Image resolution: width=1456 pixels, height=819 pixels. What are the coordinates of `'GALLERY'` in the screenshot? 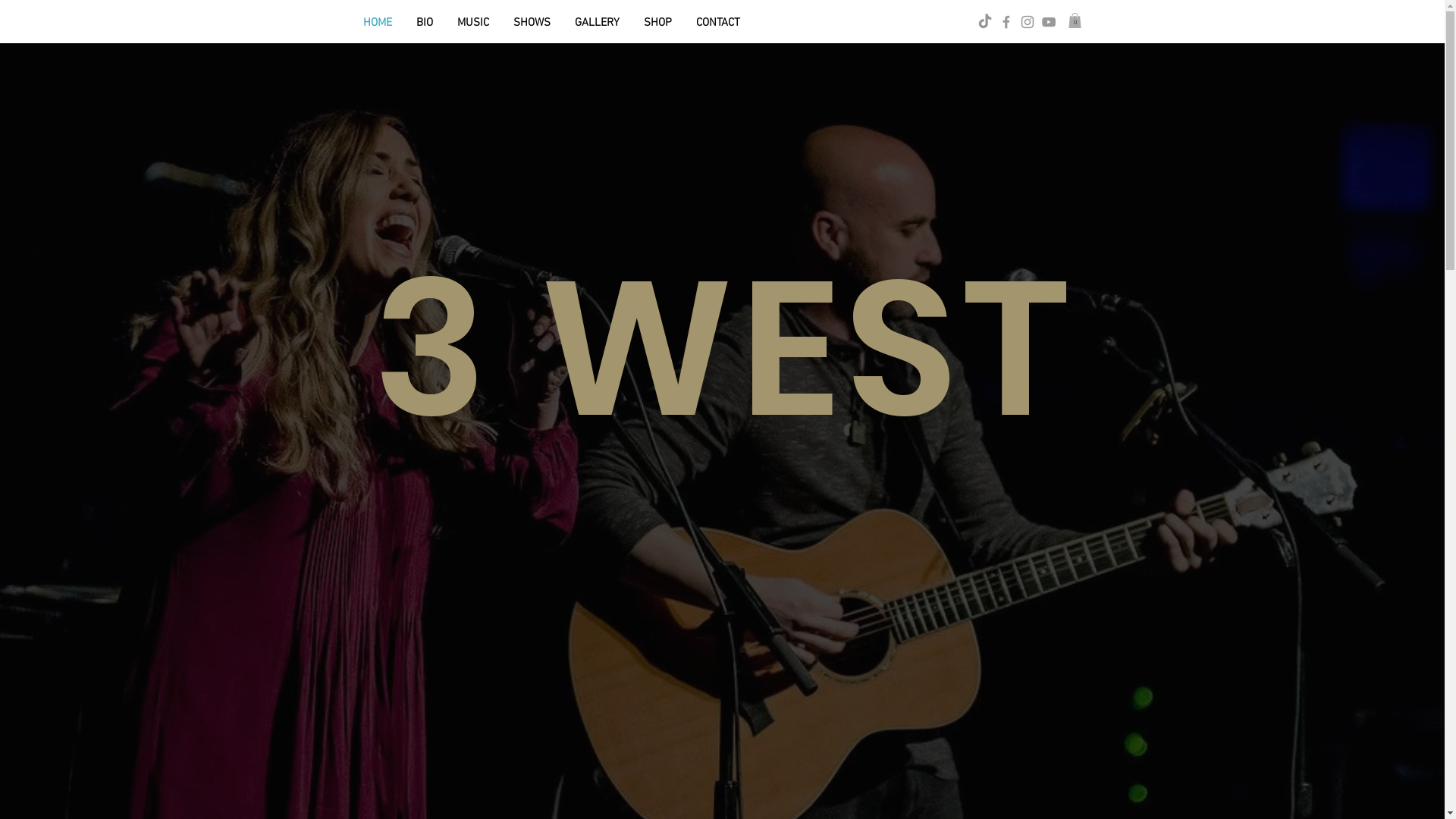 It's located at (596, 23).